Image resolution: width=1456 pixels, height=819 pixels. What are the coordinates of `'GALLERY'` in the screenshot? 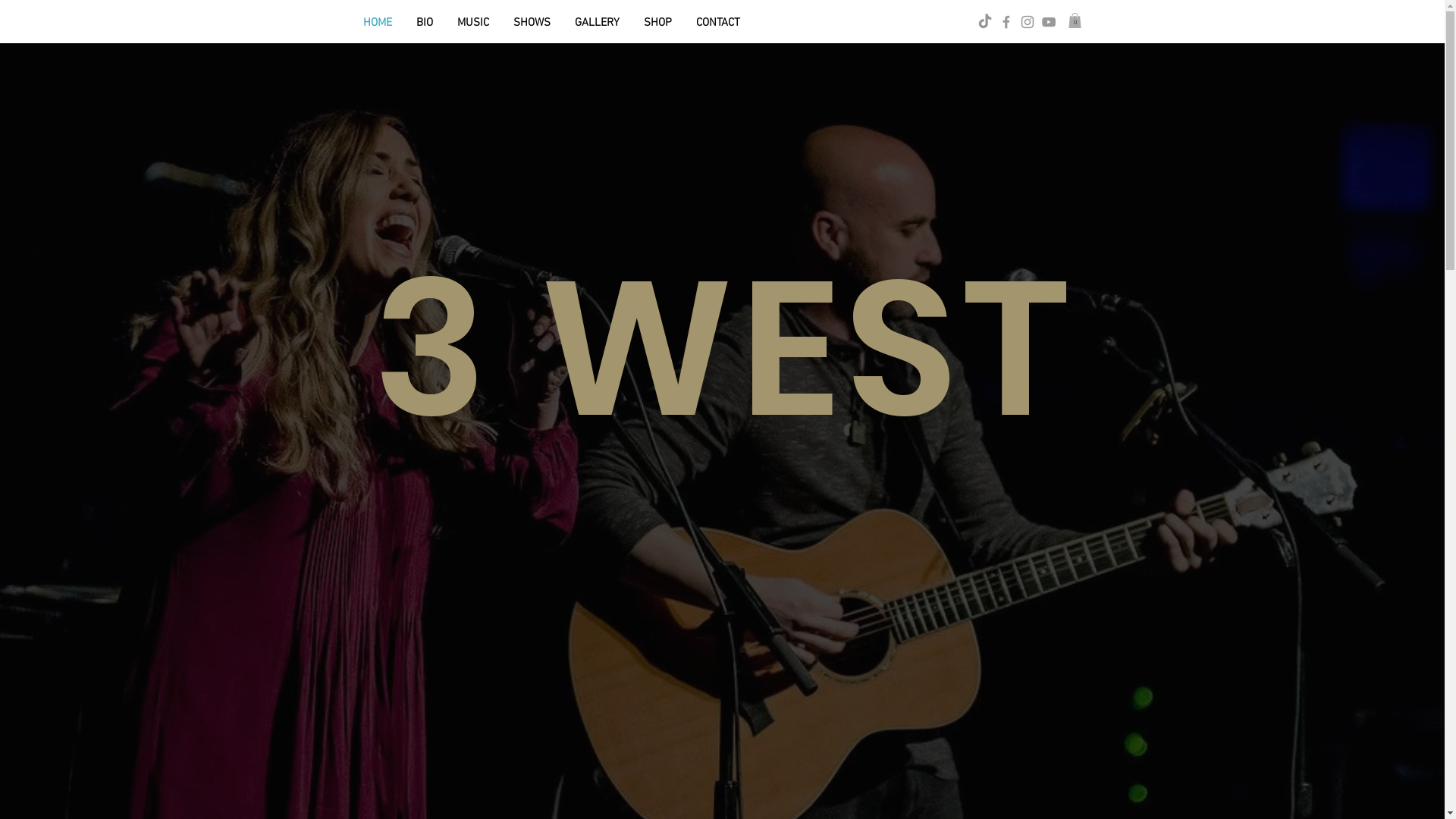 It's located at (596, 23).